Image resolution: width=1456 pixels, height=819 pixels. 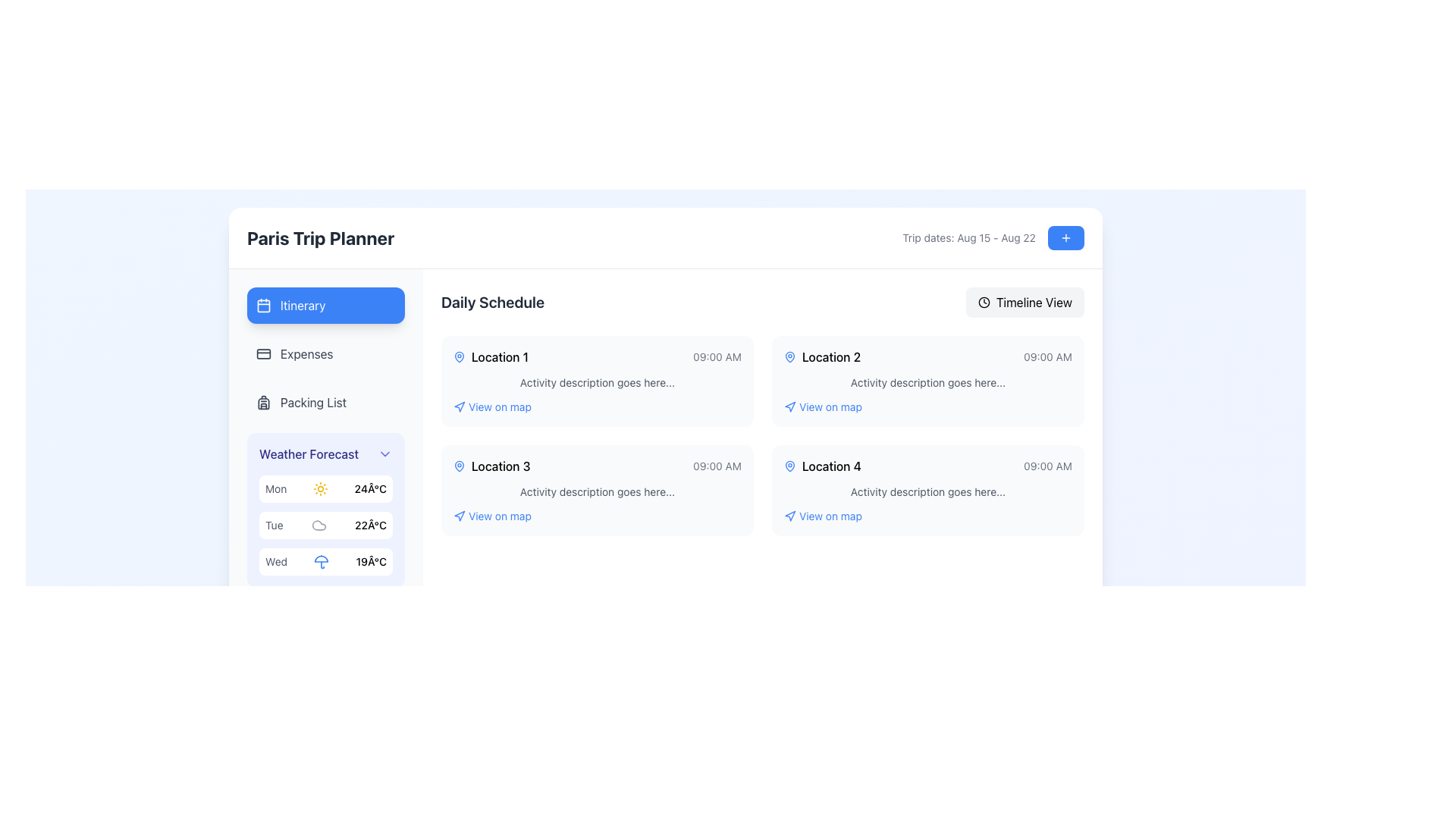 What do you see at coordinates (830, 406) in the screenshot?
I see `the hyperlink located directly below the title and description of 'Location 2'` at bounding box center [830, 406].